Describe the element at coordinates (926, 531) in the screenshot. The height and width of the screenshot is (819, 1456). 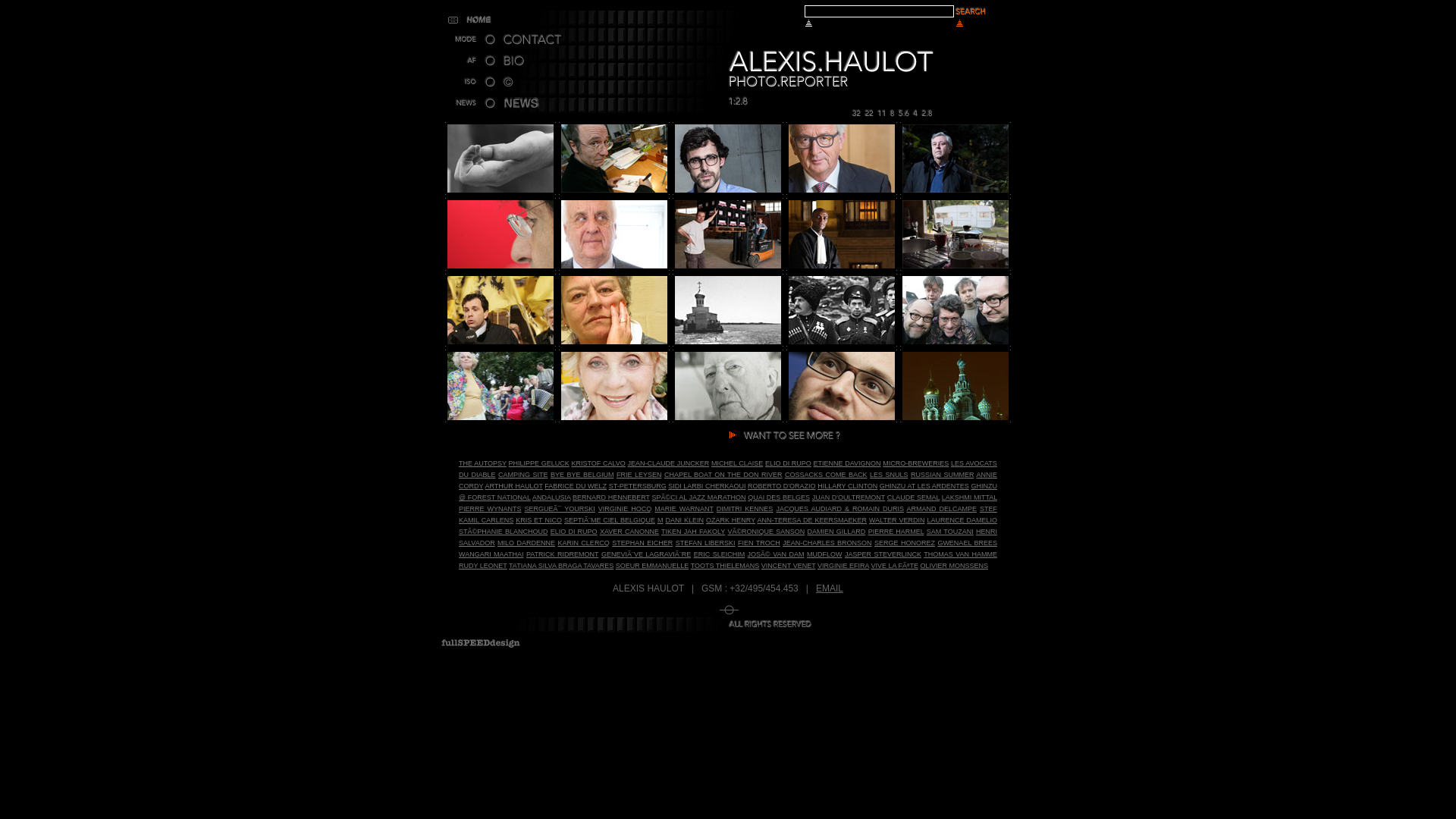
I see `'SAM TOUZANI'` at that location.